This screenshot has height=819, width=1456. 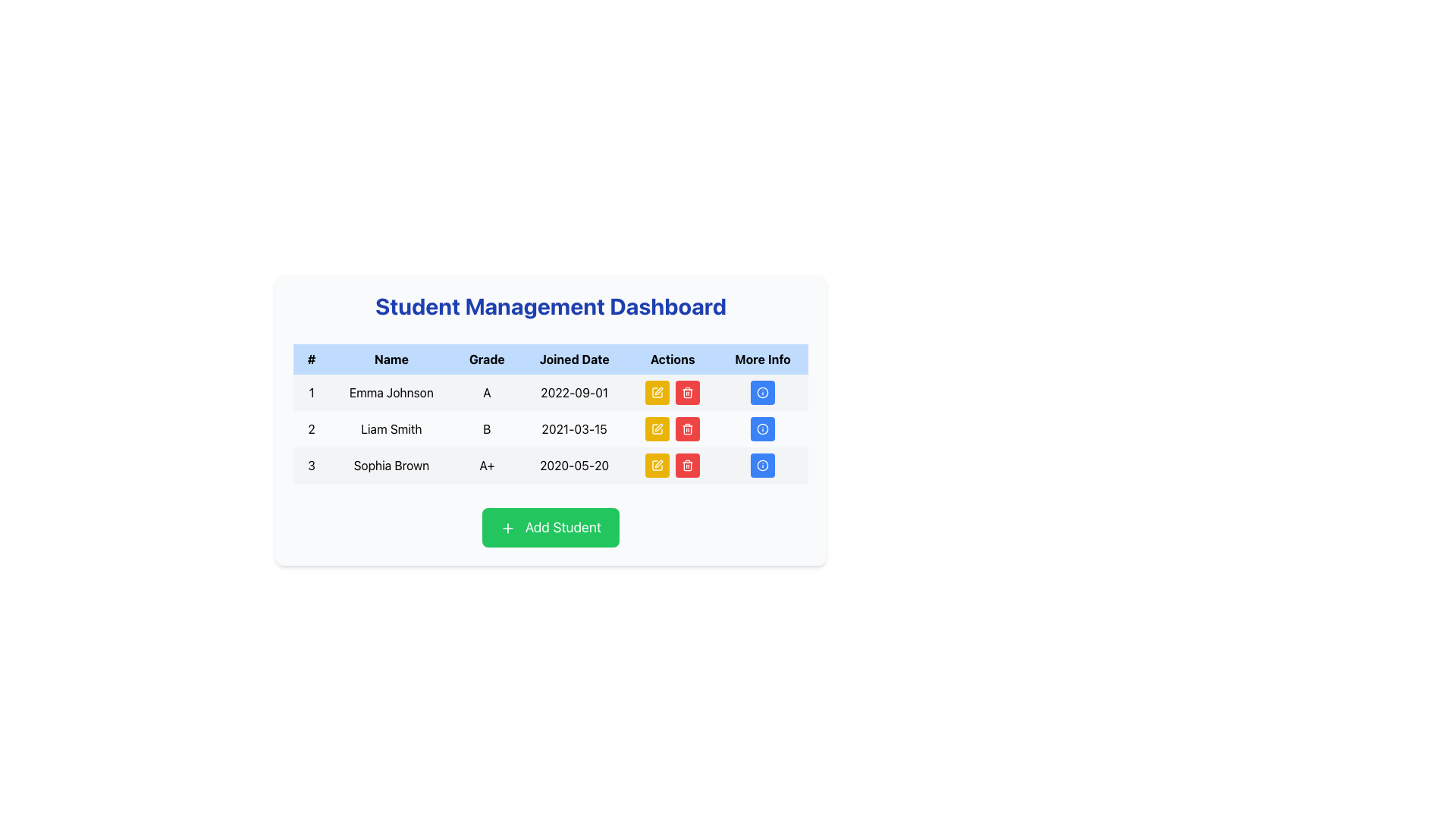 What do you see at coordinates (657, 391) in the screenshot?
I see `the 'Edit' button located in the 'Actions' column of the first row in the student information table to indicate interactivity` at bounding box center [657, 391].